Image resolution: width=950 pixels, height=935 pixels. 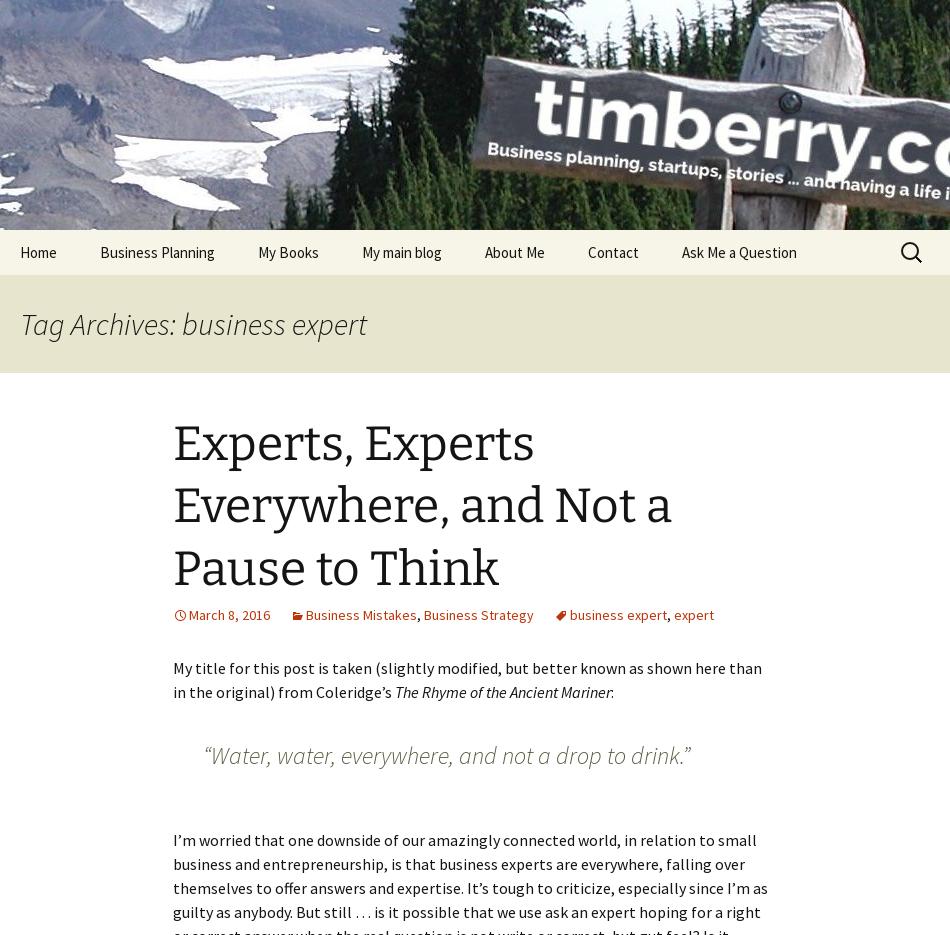 What do you see at coordinates (693, 614) in the screenshot?
I see `'expert'` at bounding box center [693, 614].